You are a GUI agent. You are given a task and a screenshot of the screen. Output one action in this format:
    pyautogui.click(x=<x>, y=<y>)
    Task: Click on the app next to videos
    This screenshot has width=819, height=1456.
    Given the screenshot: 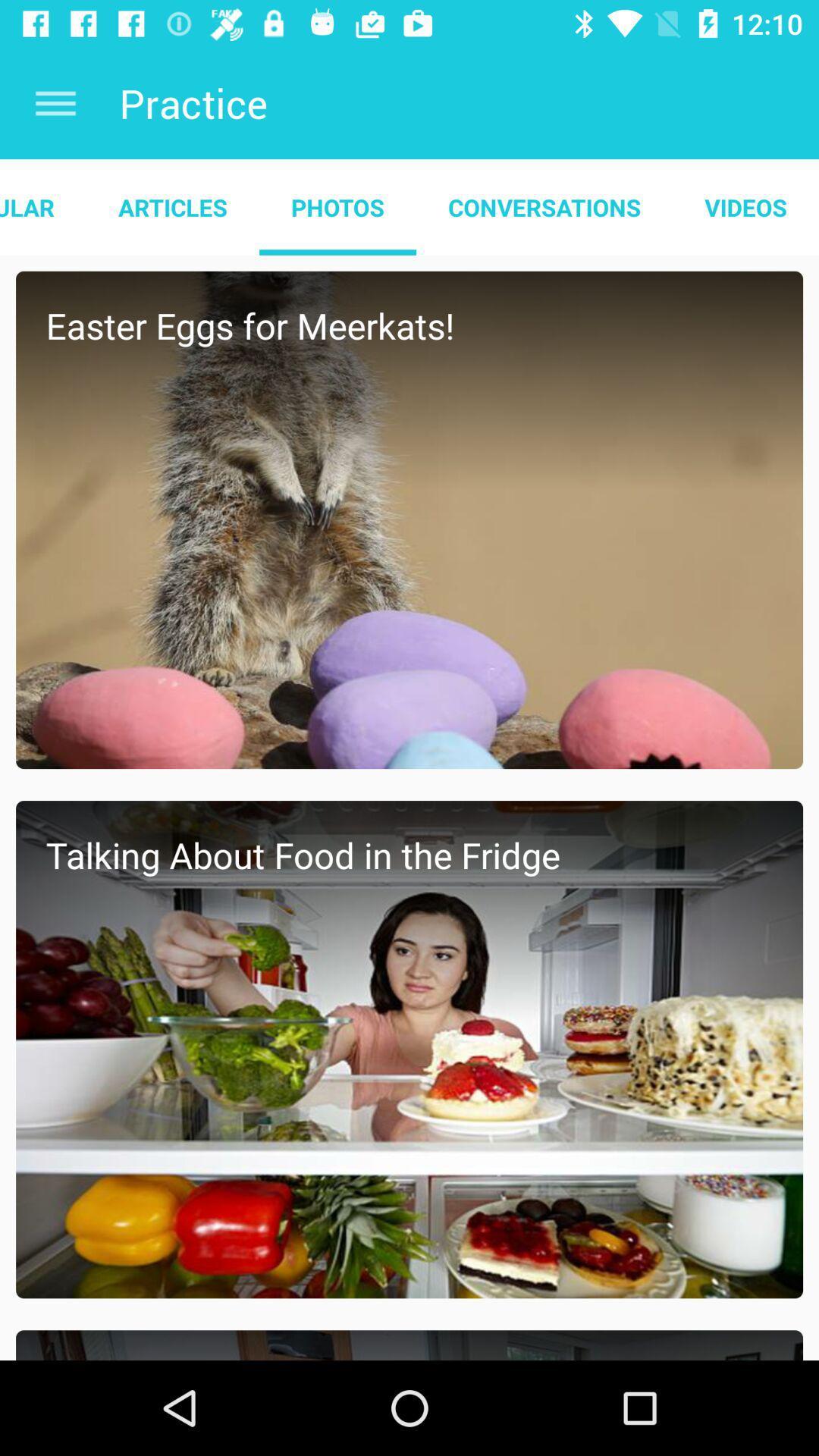 What is the action you would take?
    pyautogui.click(x=544, y=206)
    